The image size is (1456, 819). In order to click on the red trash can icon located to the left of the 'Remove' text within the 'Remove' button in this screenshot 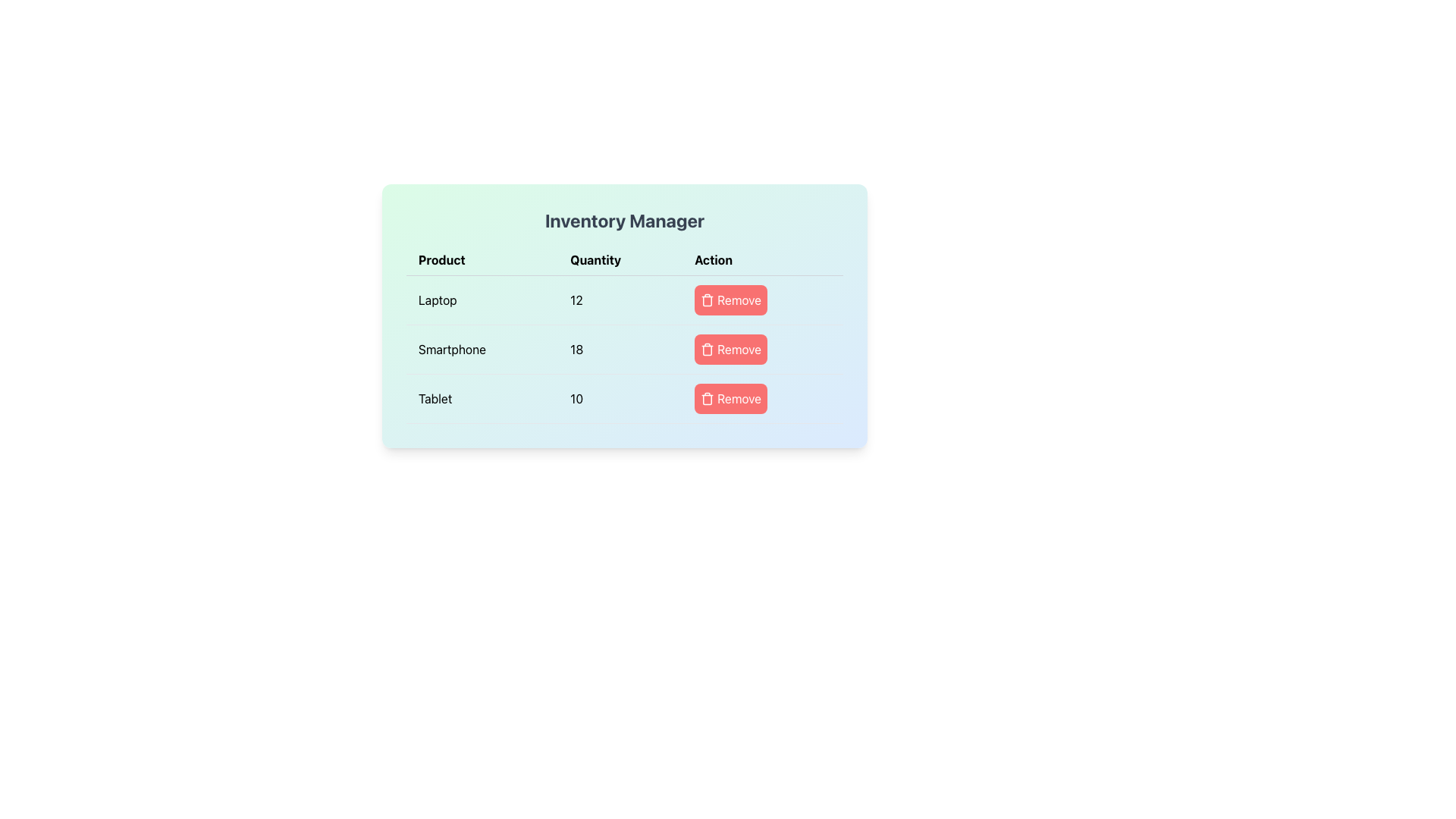, I will do `click(707, 397)`.